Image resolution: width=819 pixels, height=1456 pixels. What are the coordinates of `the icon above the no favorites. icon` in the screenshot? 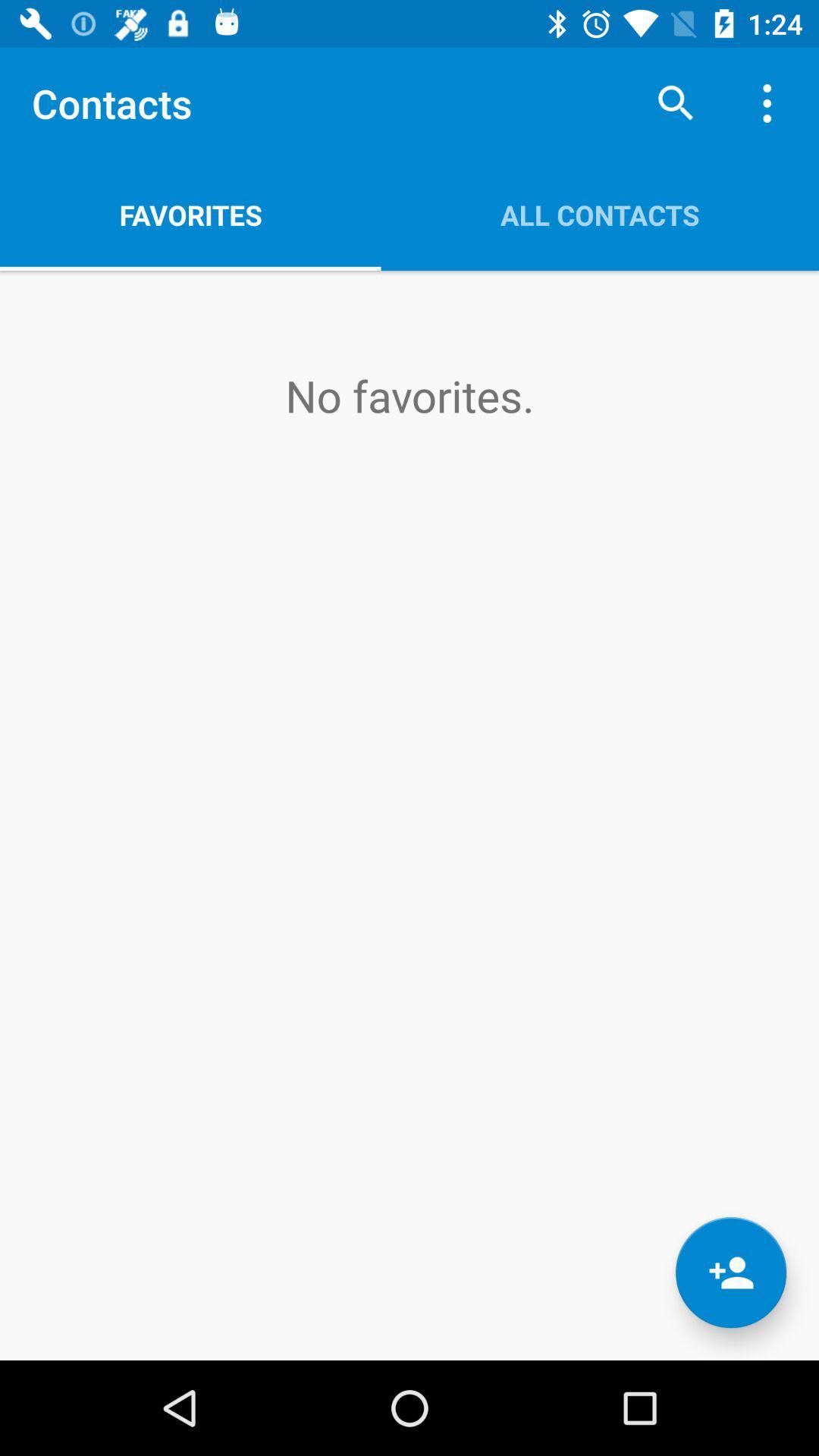 It's located at (599, 214).